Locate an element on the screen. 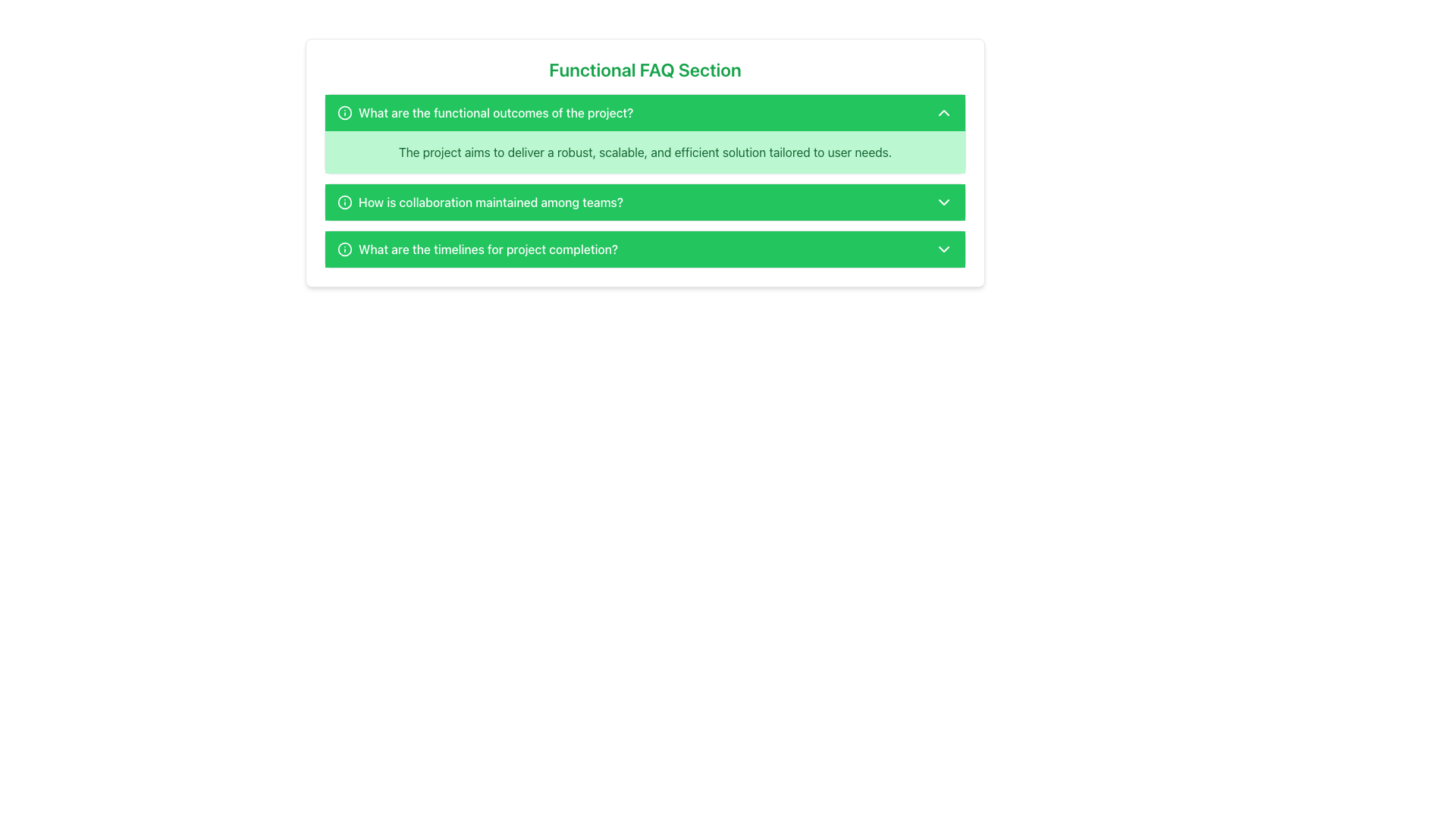 The width and height of the screenshot is (1456, 819). the chevron-down icon located in the rightmost position of the green header box labeled 'What are the timelines for project completion?' is located at coordinates (943, 248).